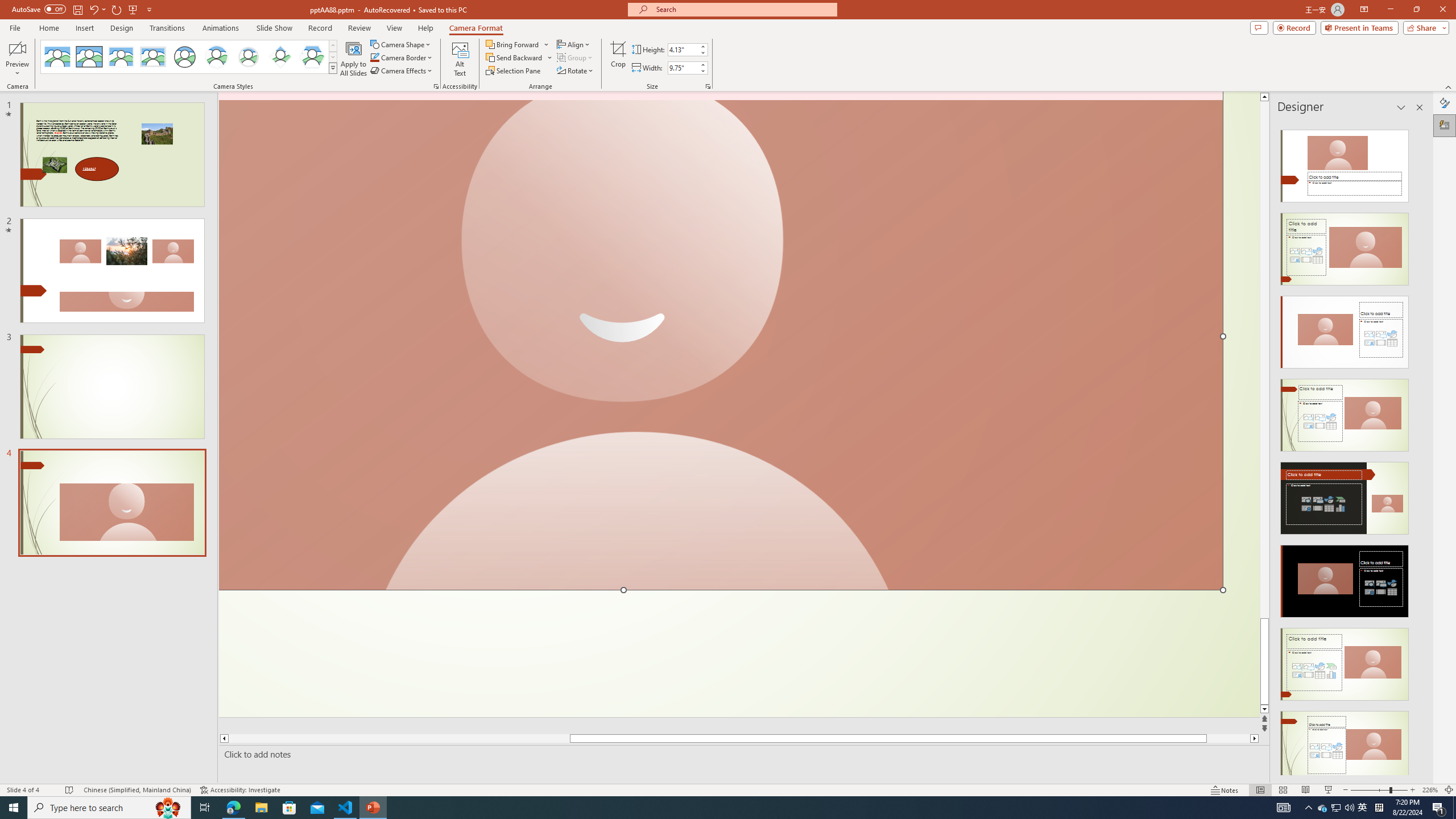  Describe the element at coordinates (519, 56) in the screenshot. I see `'Send Backward'` at that location.